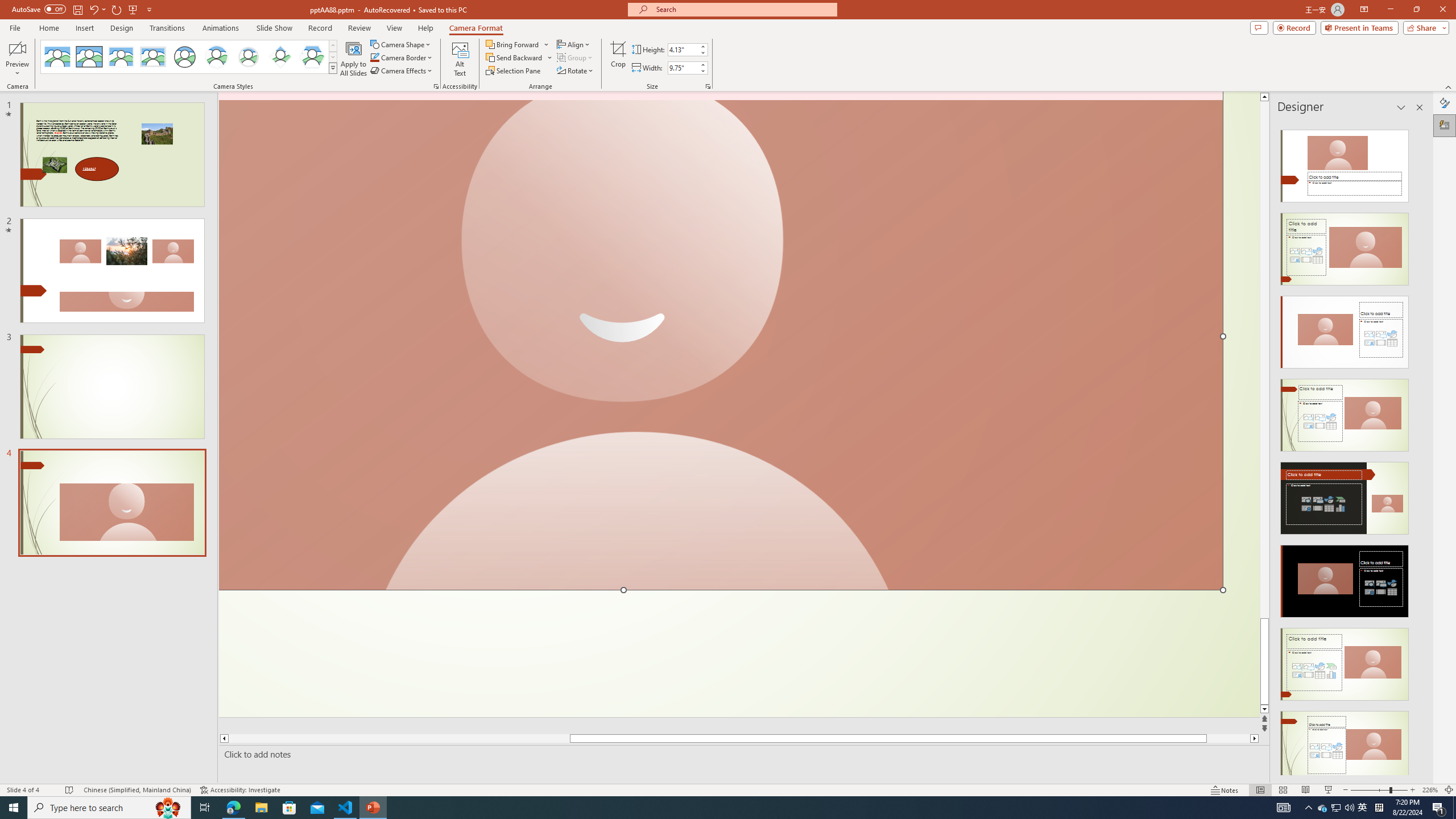  Describe the element at coordinates (519, 56) in the screenshot. I see `'Send Backward'` at that location.